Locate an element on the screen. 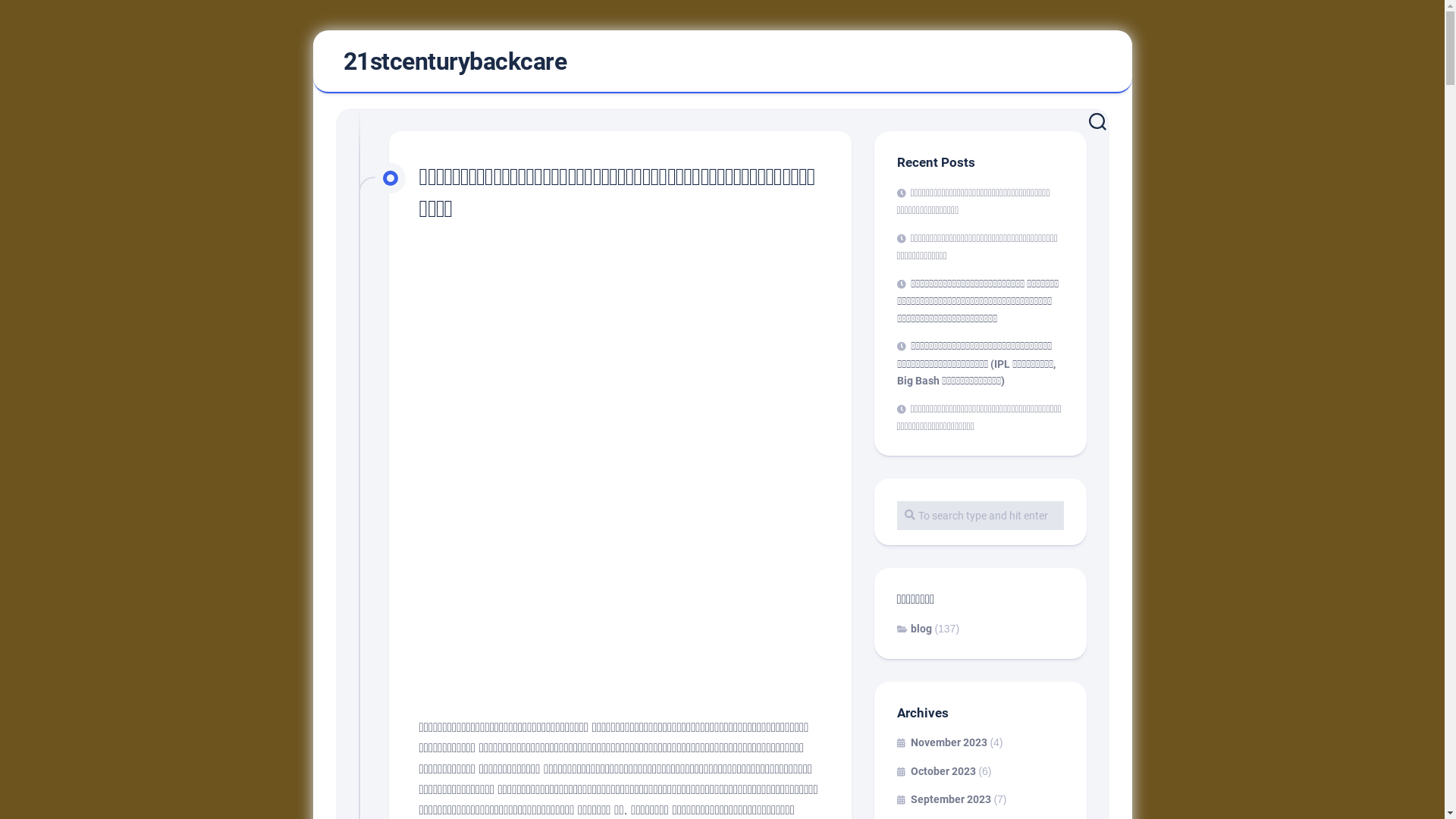 The width and height of the screenshot is (1456, 819). 'blog' is located at coordinates (912, 629).